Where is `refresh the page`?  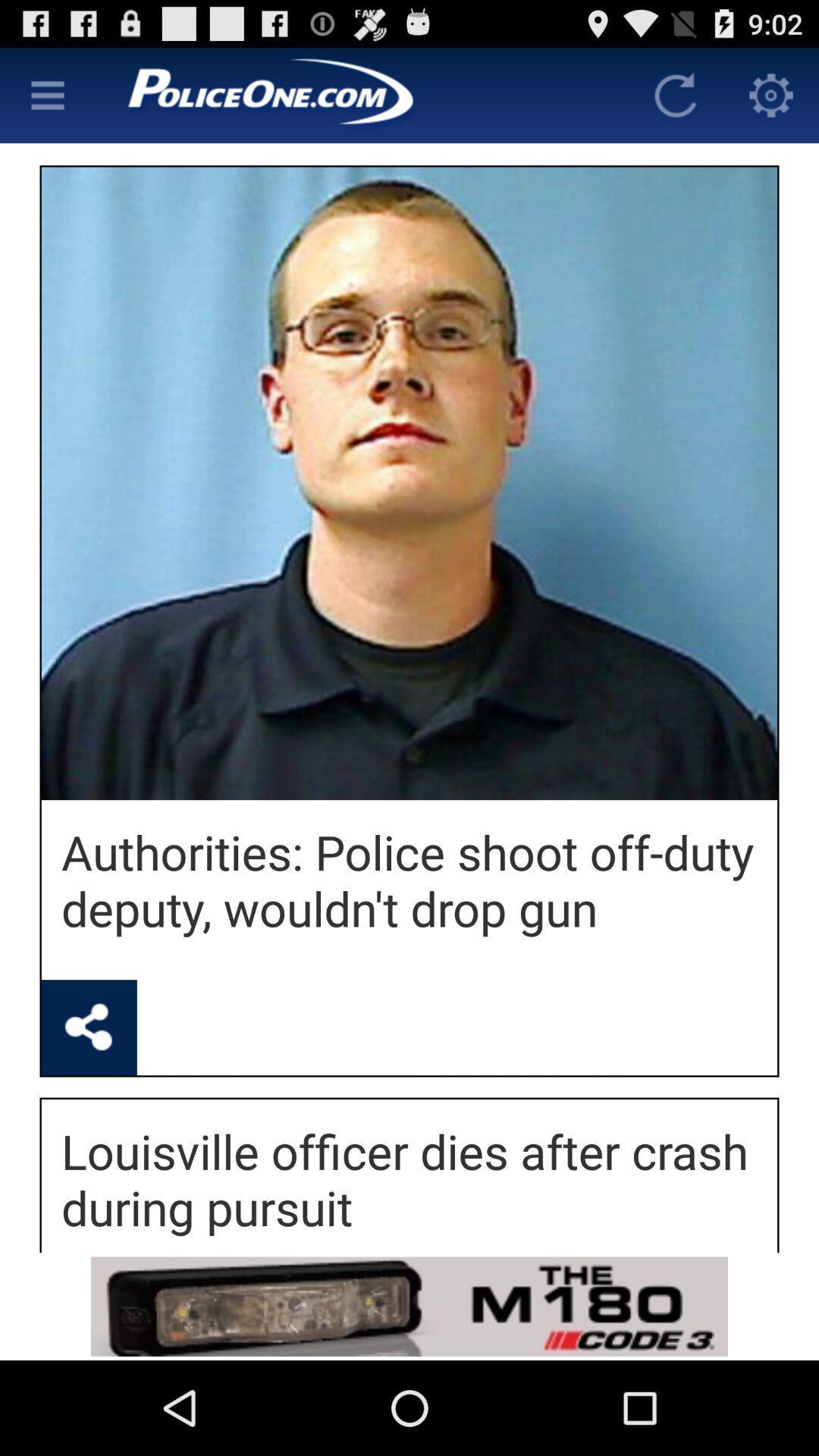 refresh the page is located at coordinates (675, 94).